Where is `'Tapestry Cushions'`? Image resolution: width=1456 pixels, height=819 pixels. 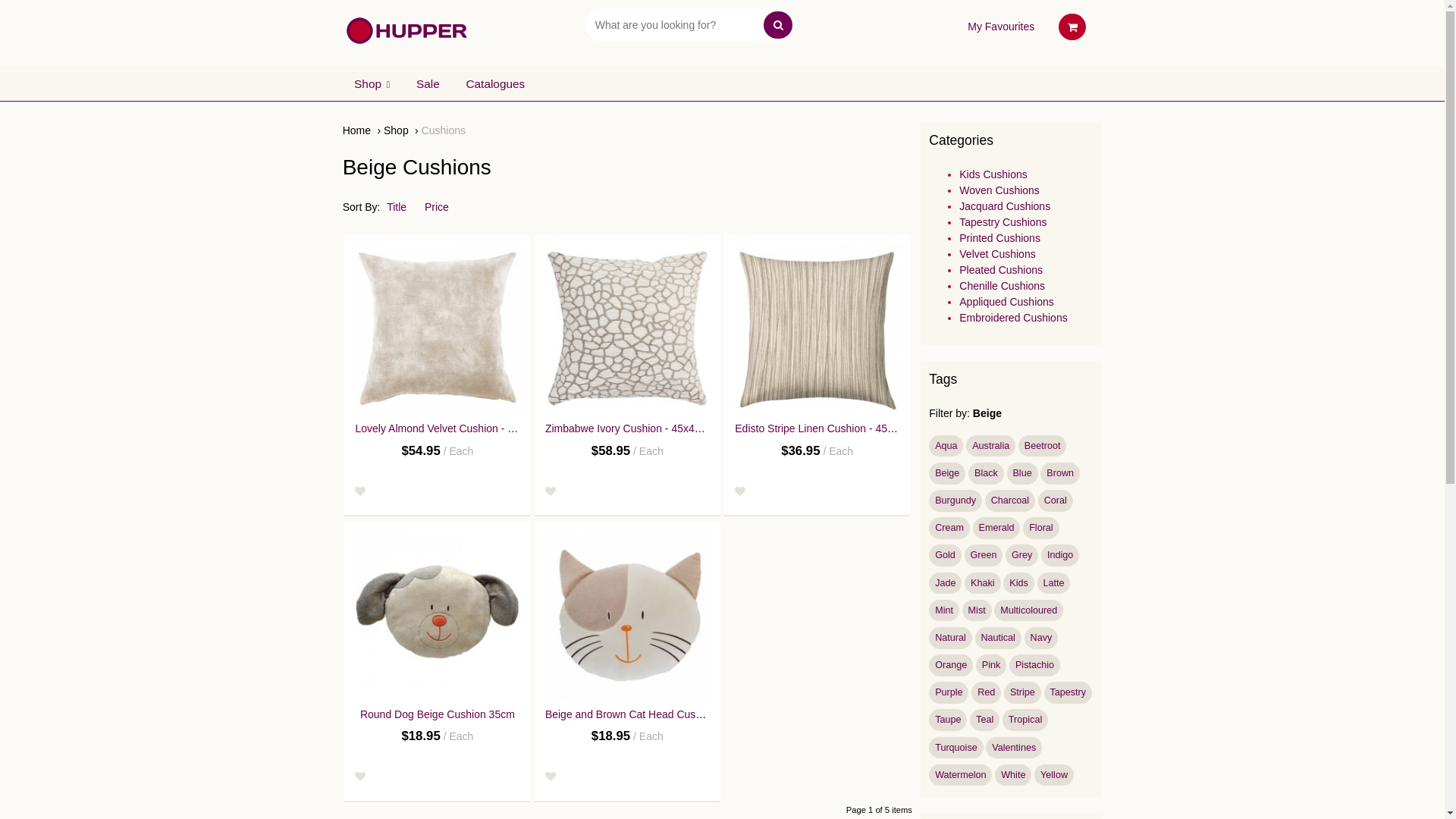
'Tapestry Cushions' is located at coordinates (1003, 222).